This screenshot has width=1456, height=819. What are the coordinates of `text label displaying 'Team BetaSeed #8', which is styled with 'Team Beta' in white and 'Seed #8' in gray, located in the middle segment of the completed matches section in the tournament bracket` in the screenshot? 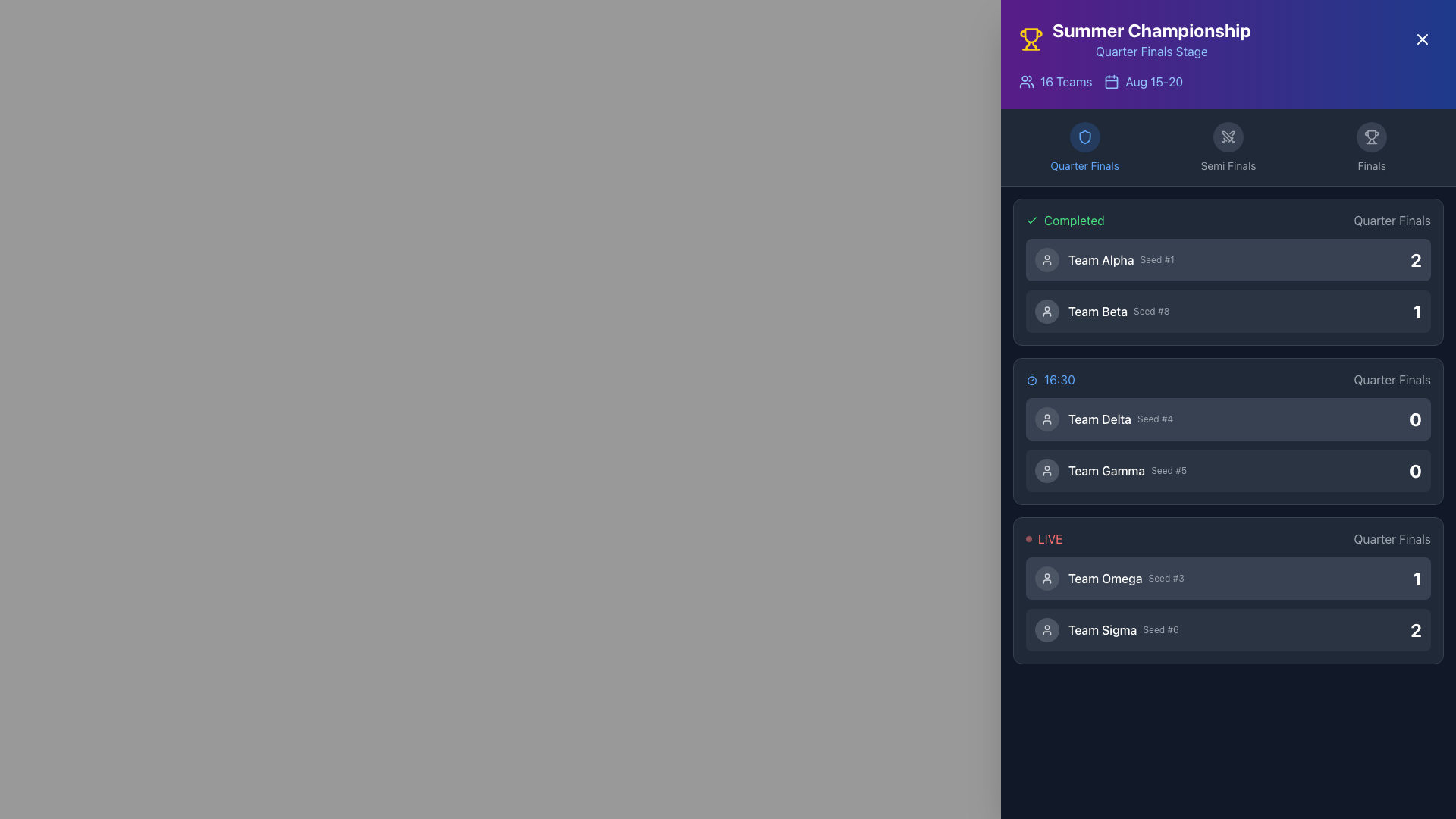 It's located at (1119, 311).